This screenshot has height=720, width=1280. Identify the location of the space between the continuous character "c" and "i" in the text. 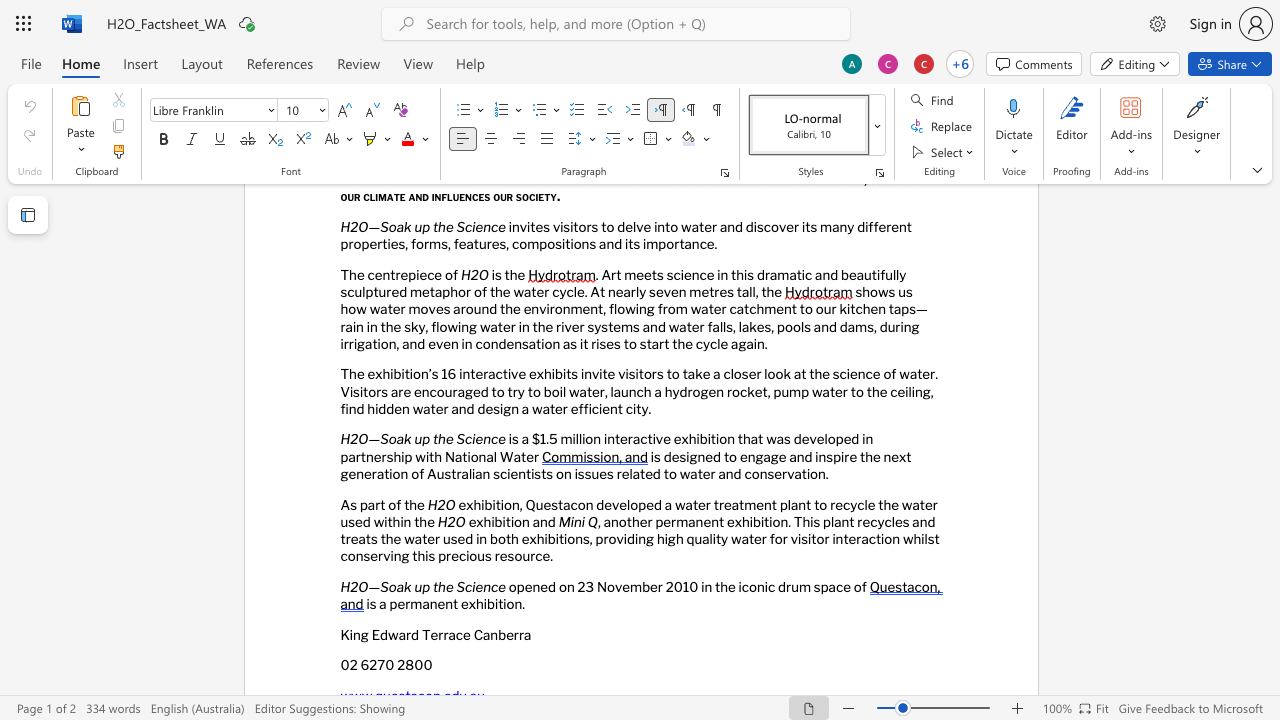
(470, 585).